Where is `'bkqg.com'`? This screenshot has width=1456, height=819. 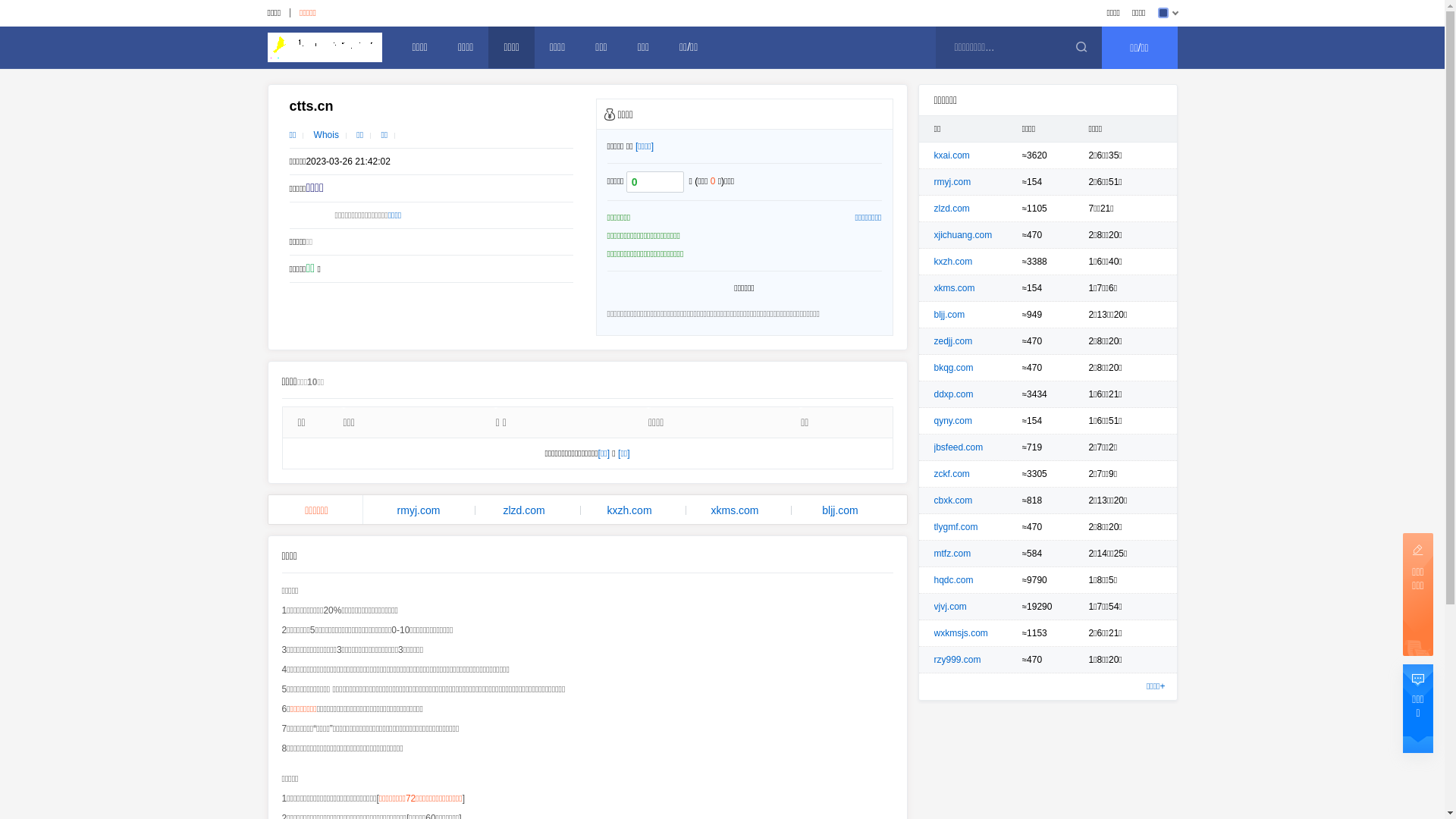
'bkqg.com' is located at coordinates (952, 368).